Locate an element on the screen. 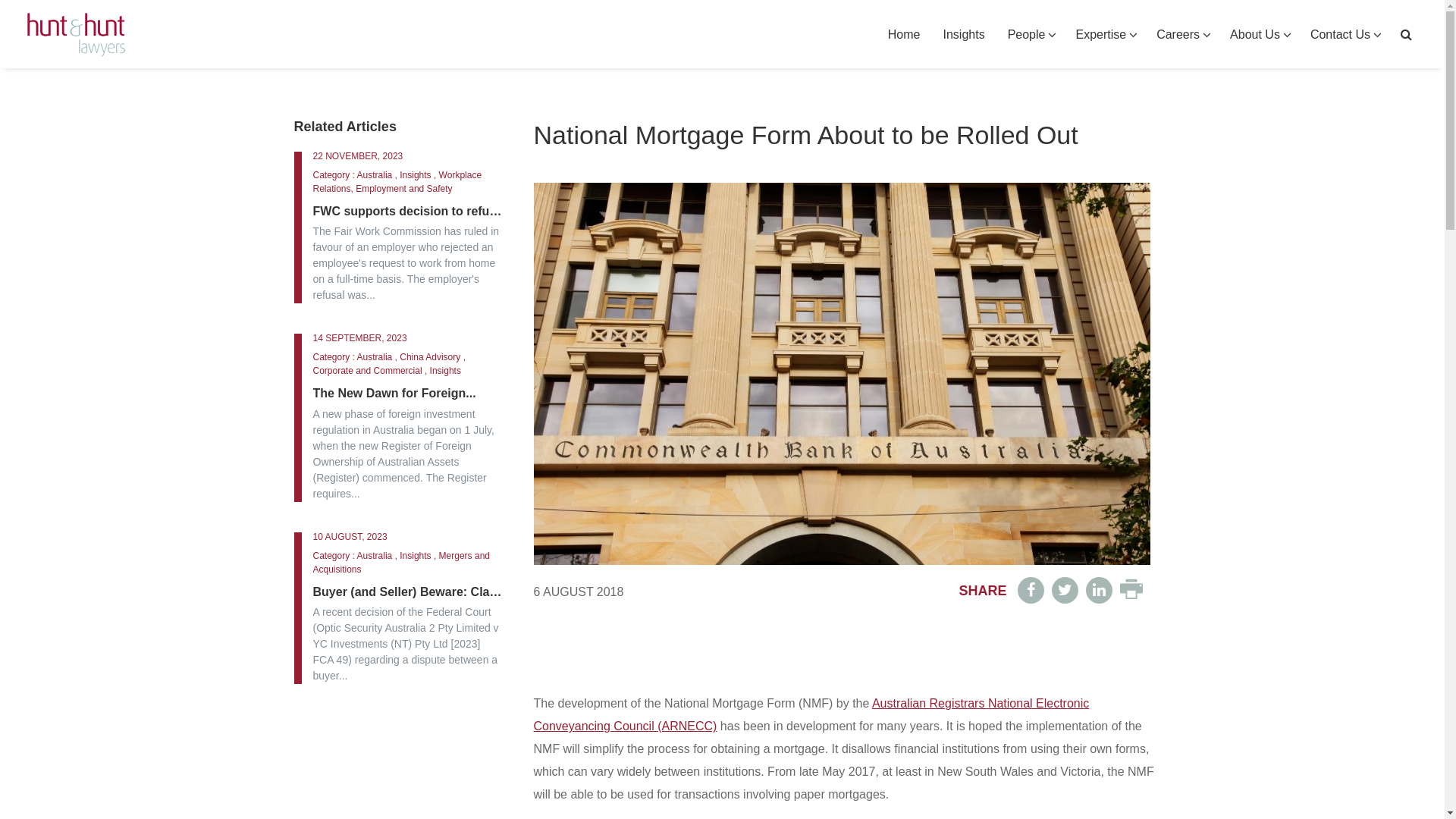 This screenshot has height=819, width=1456. 'Australia' is located at coordinates (356, 555).